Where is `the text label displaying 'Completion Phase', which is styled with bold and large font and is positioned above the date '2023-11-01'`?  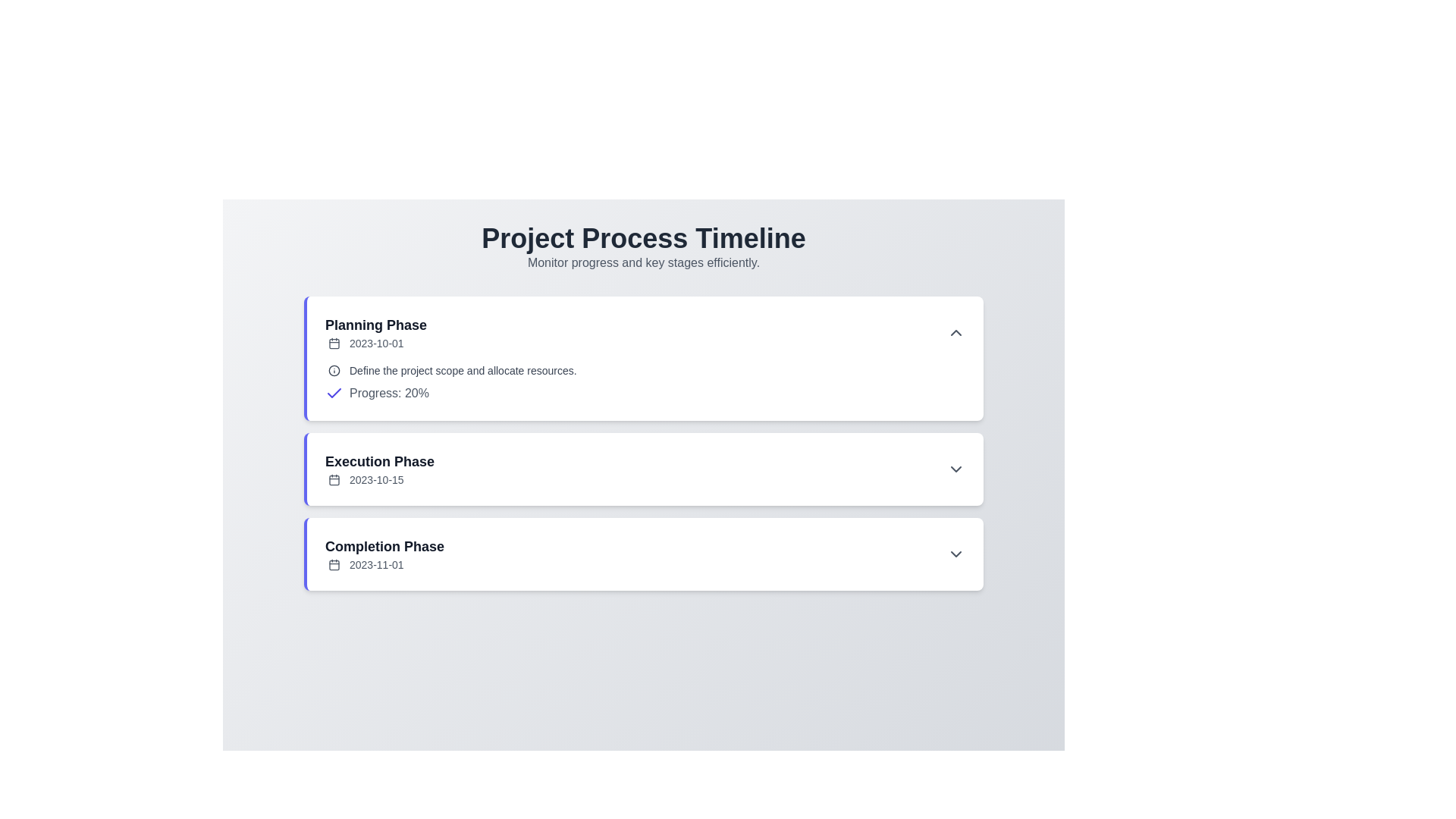 the text label displaying 'Completion Phase', which is styled with bold and large font and is positioned above the date '2023-11-01' is located at coordinates (384, 547).